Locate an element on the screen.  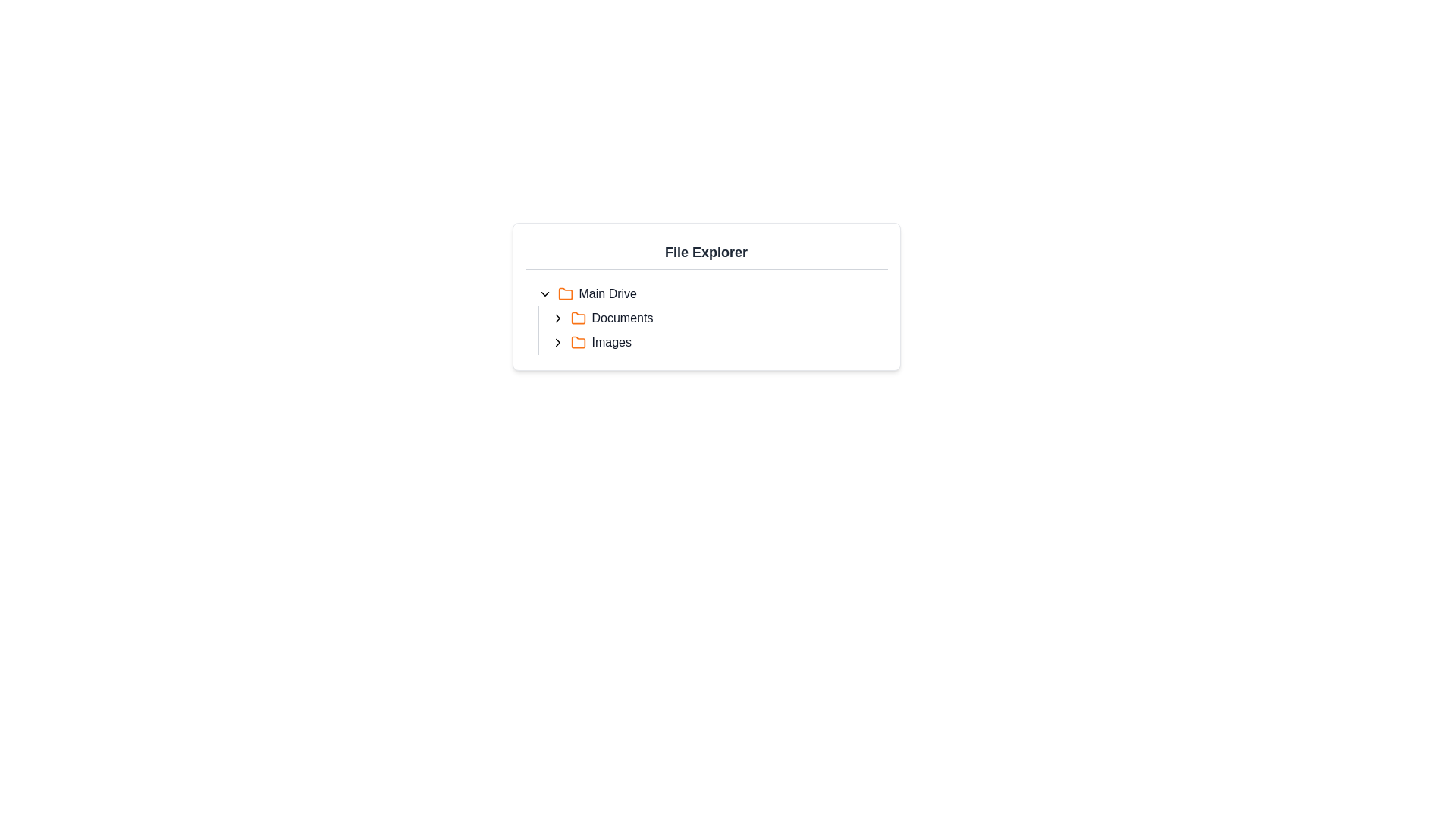
the folder-shaped icon with an orange outline located next to the 'Images' label in the file explorer interface is located at coordinates (577, 342).